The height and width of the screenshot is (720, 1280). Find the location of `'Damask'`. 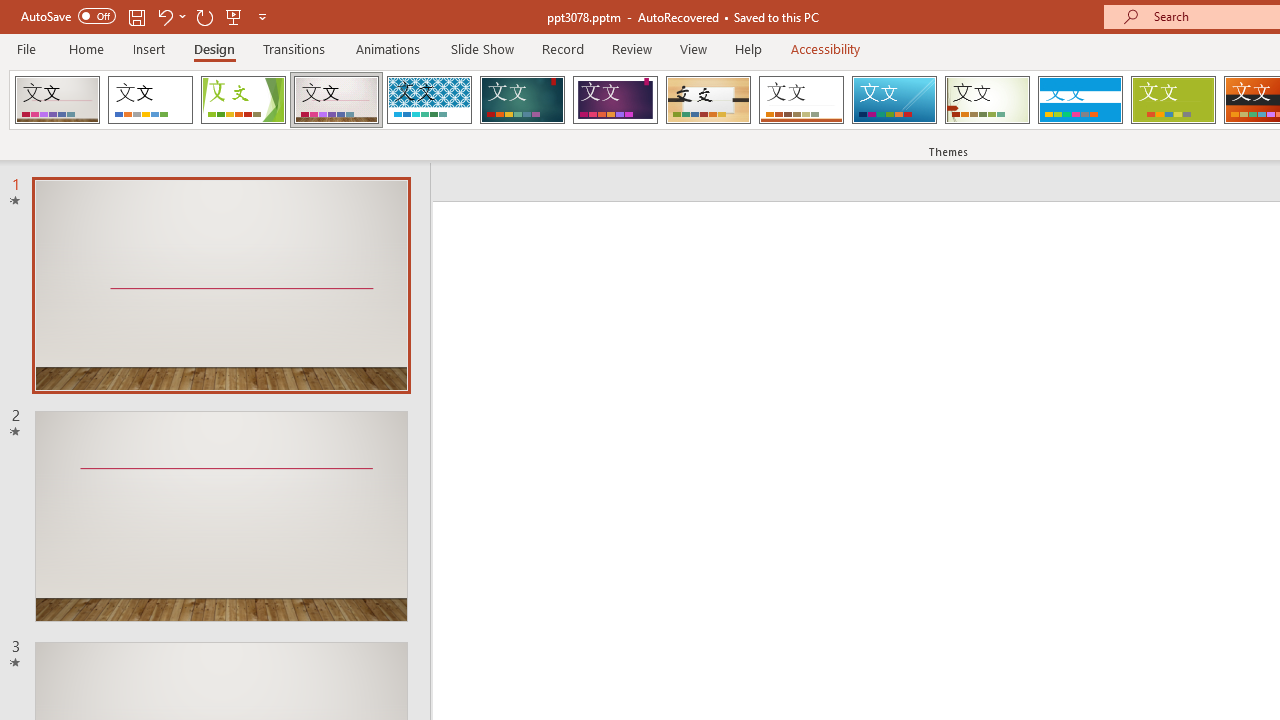

'Damask' is located at coordinates (57, 100).